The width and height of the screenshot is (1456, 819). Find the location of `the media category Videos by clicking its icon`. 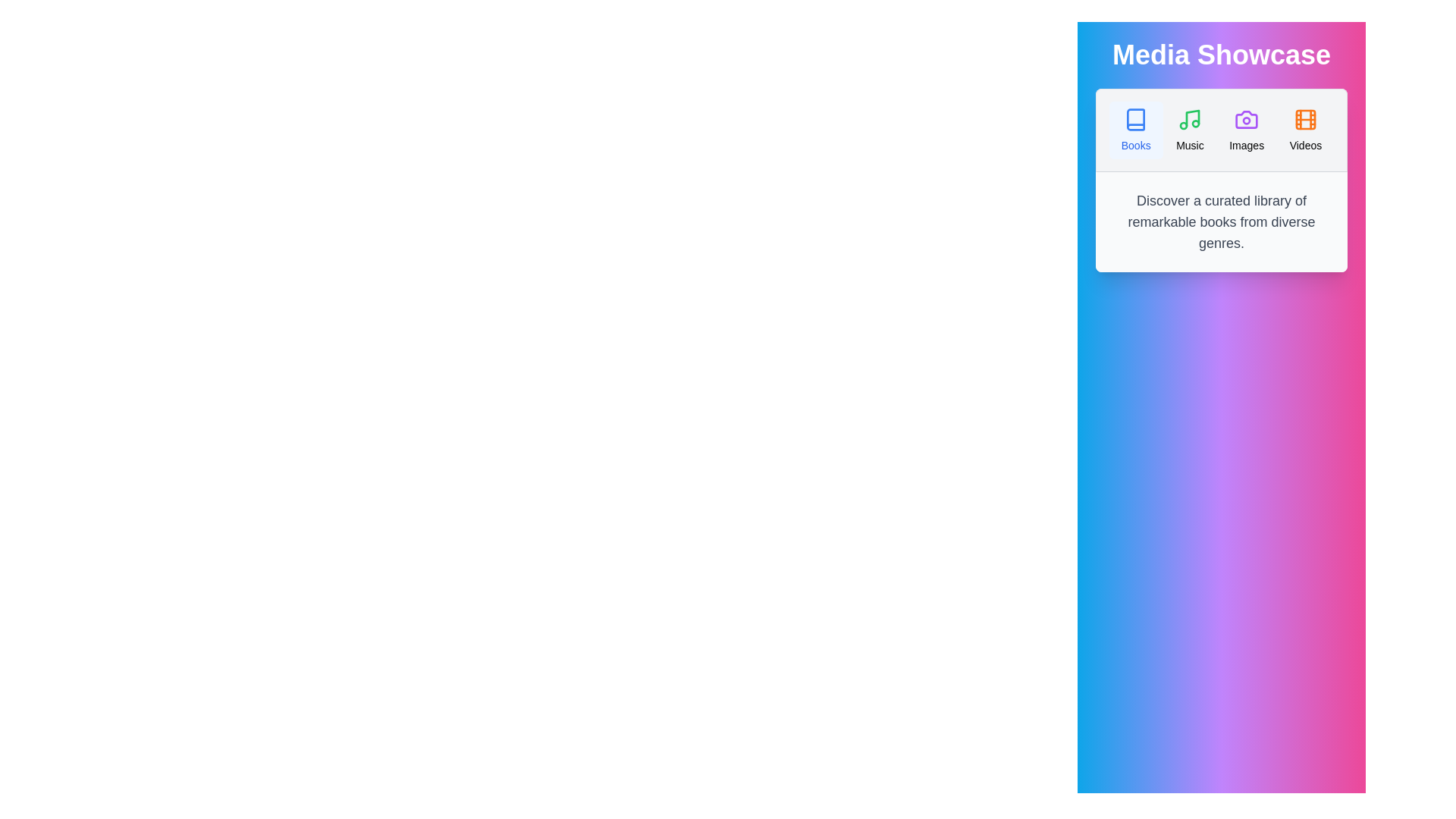

the media category Videos by clicking its icon is located at coordinates (1304, 130).